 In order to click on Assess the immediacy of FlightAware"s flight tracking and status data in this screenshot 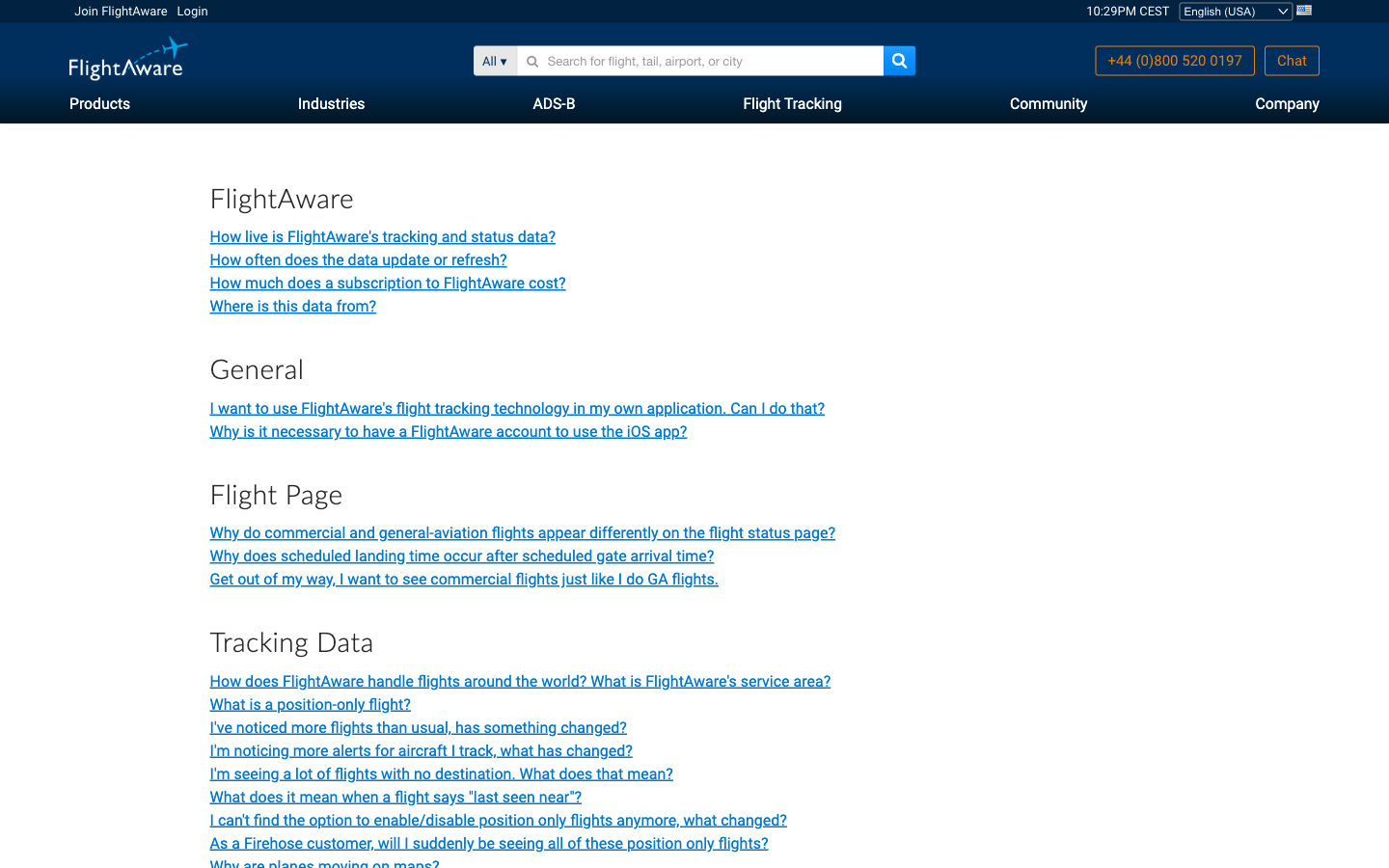, I will do `click(422, 749)`.